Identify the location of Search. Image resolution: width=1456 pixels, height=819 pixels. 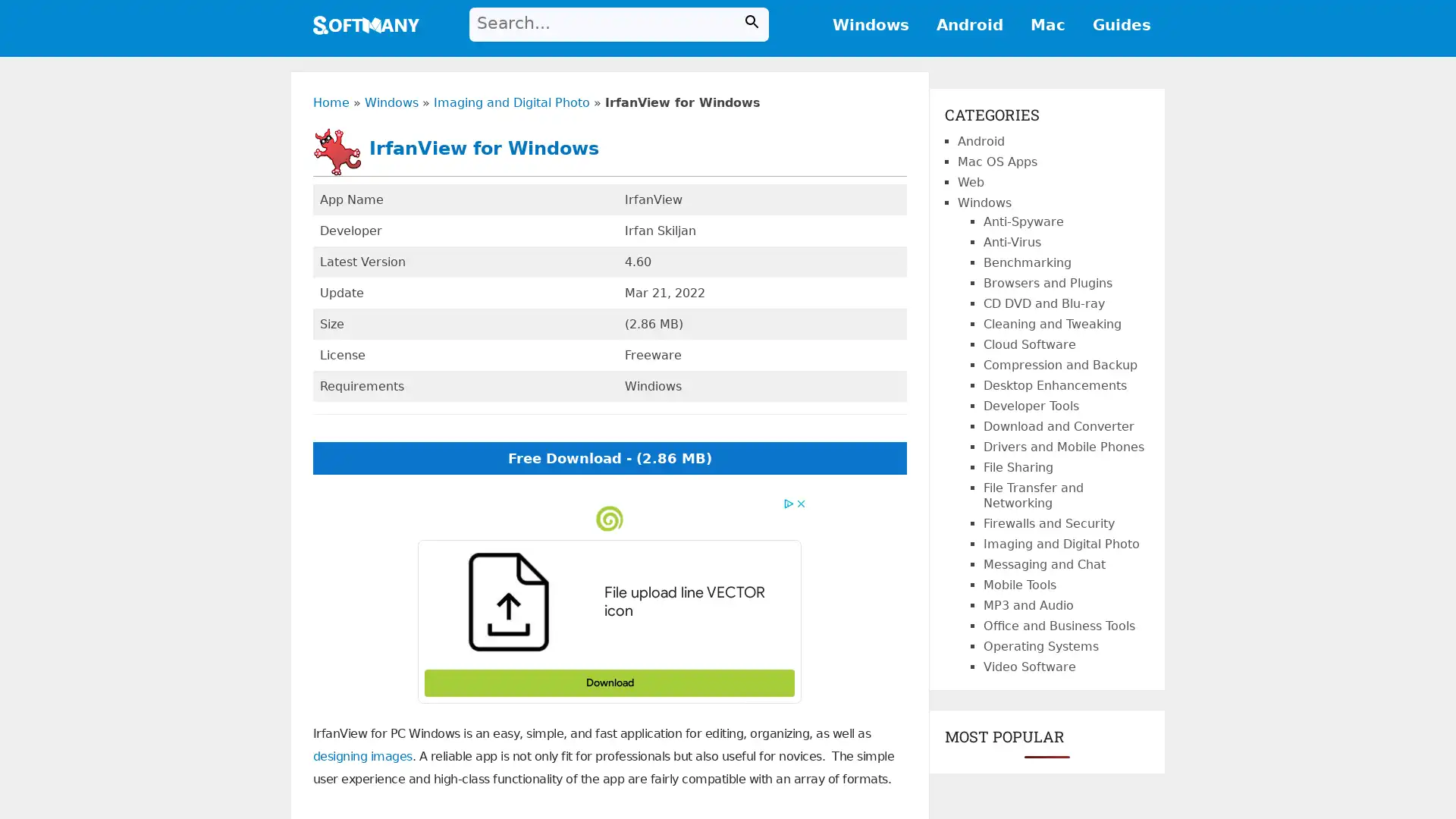
(752, 24).